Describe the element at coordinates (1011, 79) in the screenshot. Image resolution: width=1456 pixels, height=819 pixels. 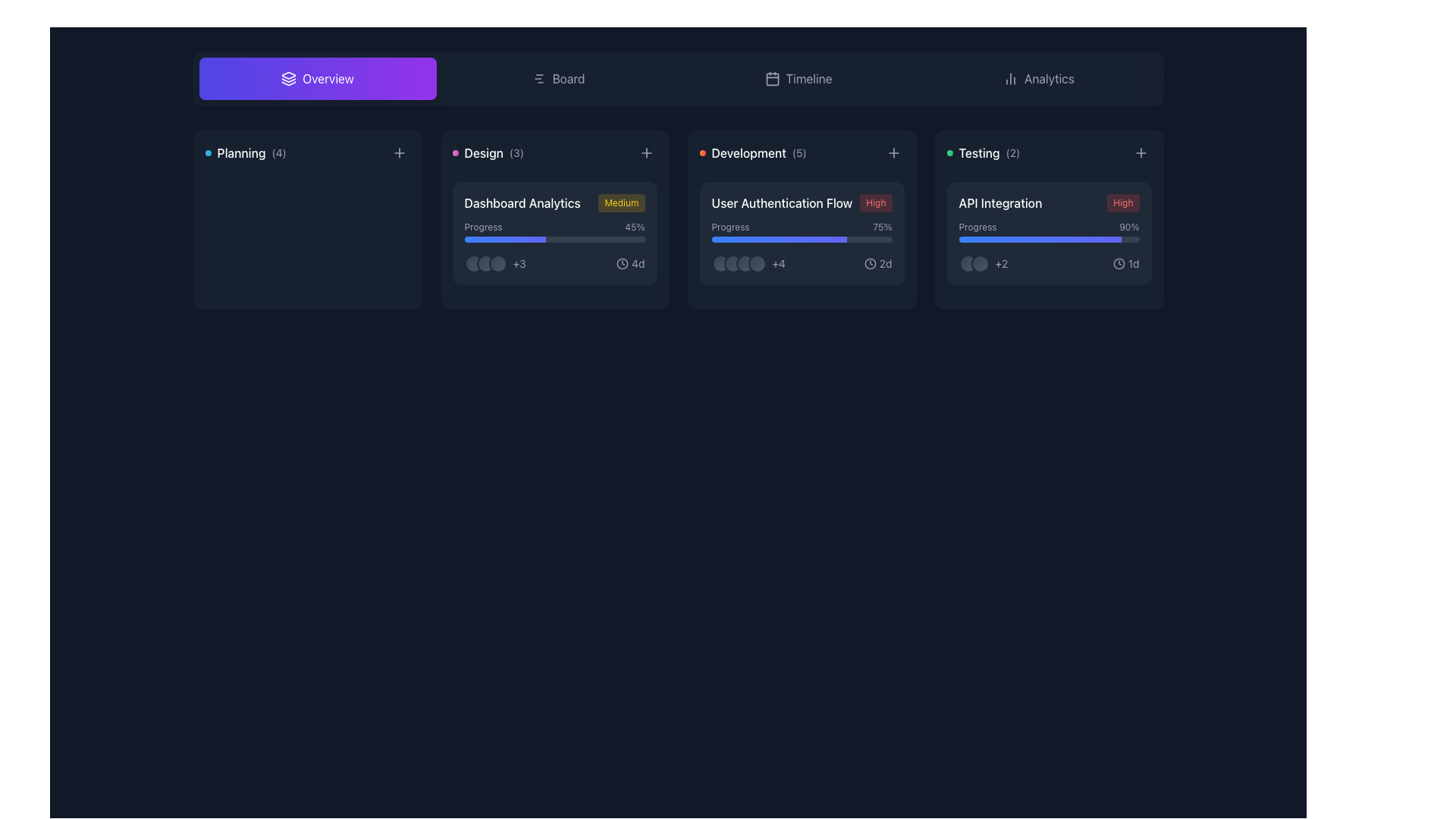
I see `the vertically-oriented bar chart icon located within the 'Analytics' button in the upper navigation bar, to the left of the text 'Analytics'` at that location.